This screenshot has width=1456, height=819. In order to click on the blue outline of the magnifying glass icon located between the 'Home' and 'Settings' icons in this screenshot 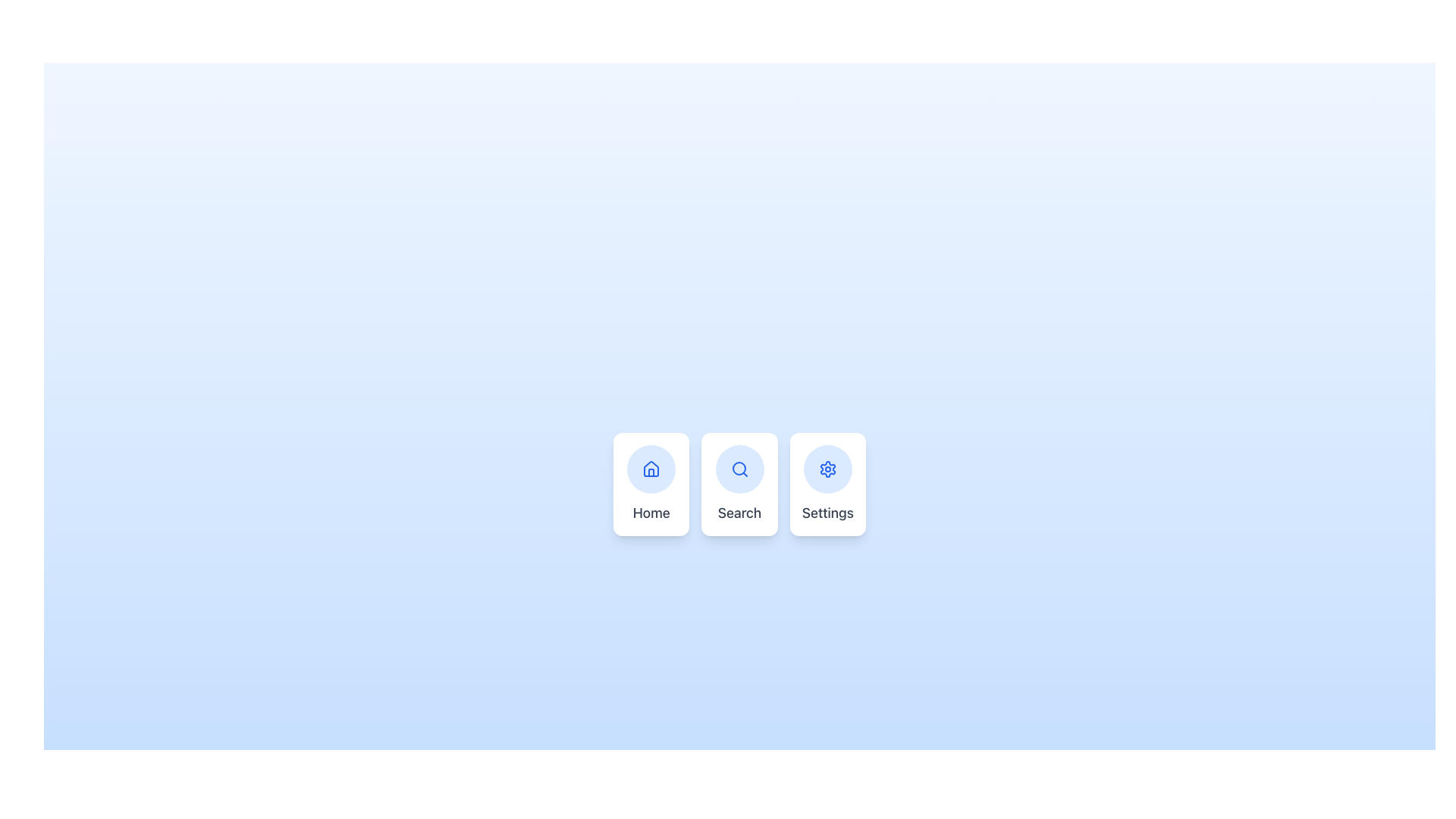, I will do `click(739, 468)`.